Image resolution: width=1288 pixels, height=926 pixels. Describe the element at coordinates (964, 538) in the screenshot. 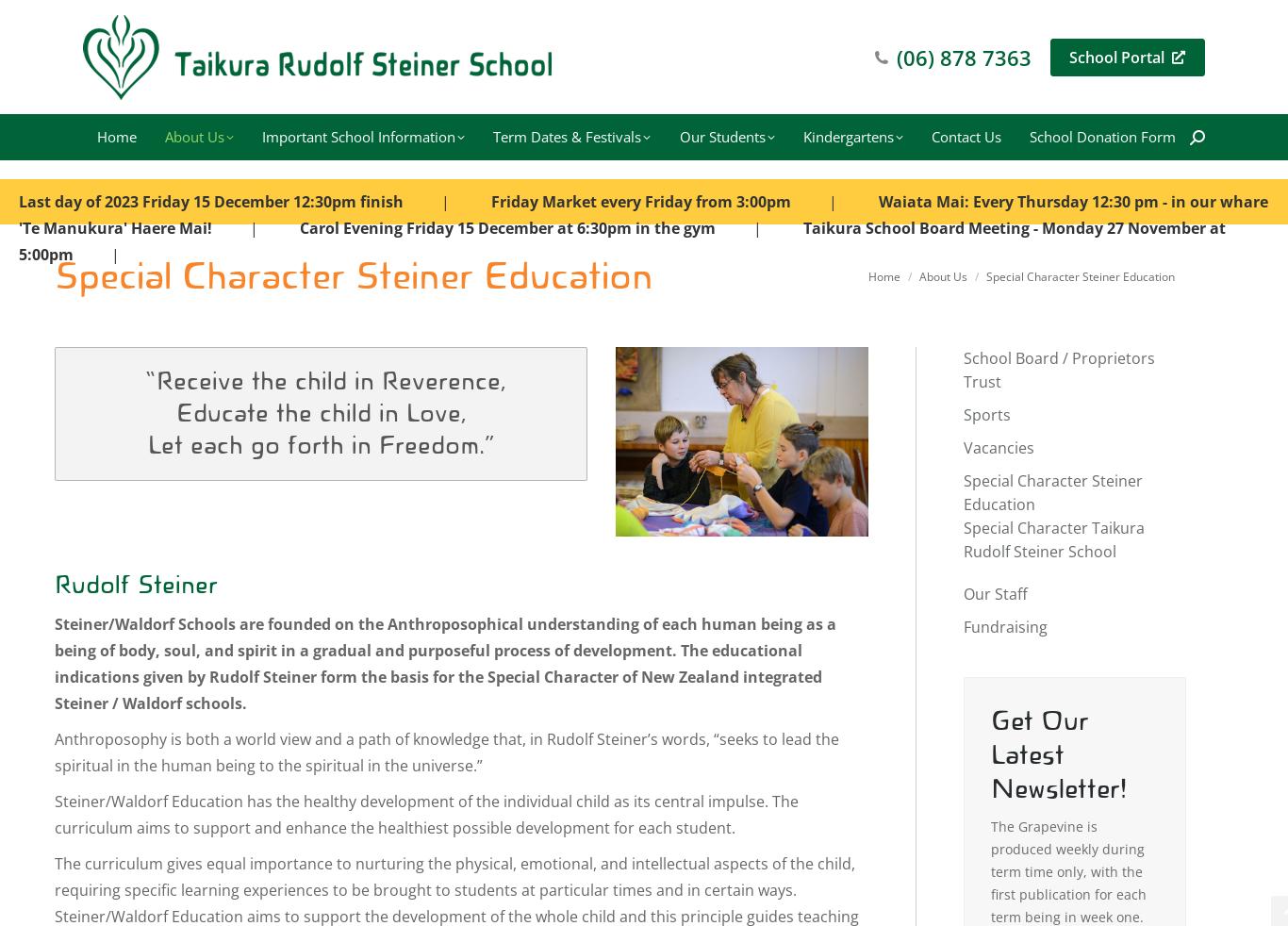

I see `'Special Character Taikura Rudolf Steiner School'` at that location.